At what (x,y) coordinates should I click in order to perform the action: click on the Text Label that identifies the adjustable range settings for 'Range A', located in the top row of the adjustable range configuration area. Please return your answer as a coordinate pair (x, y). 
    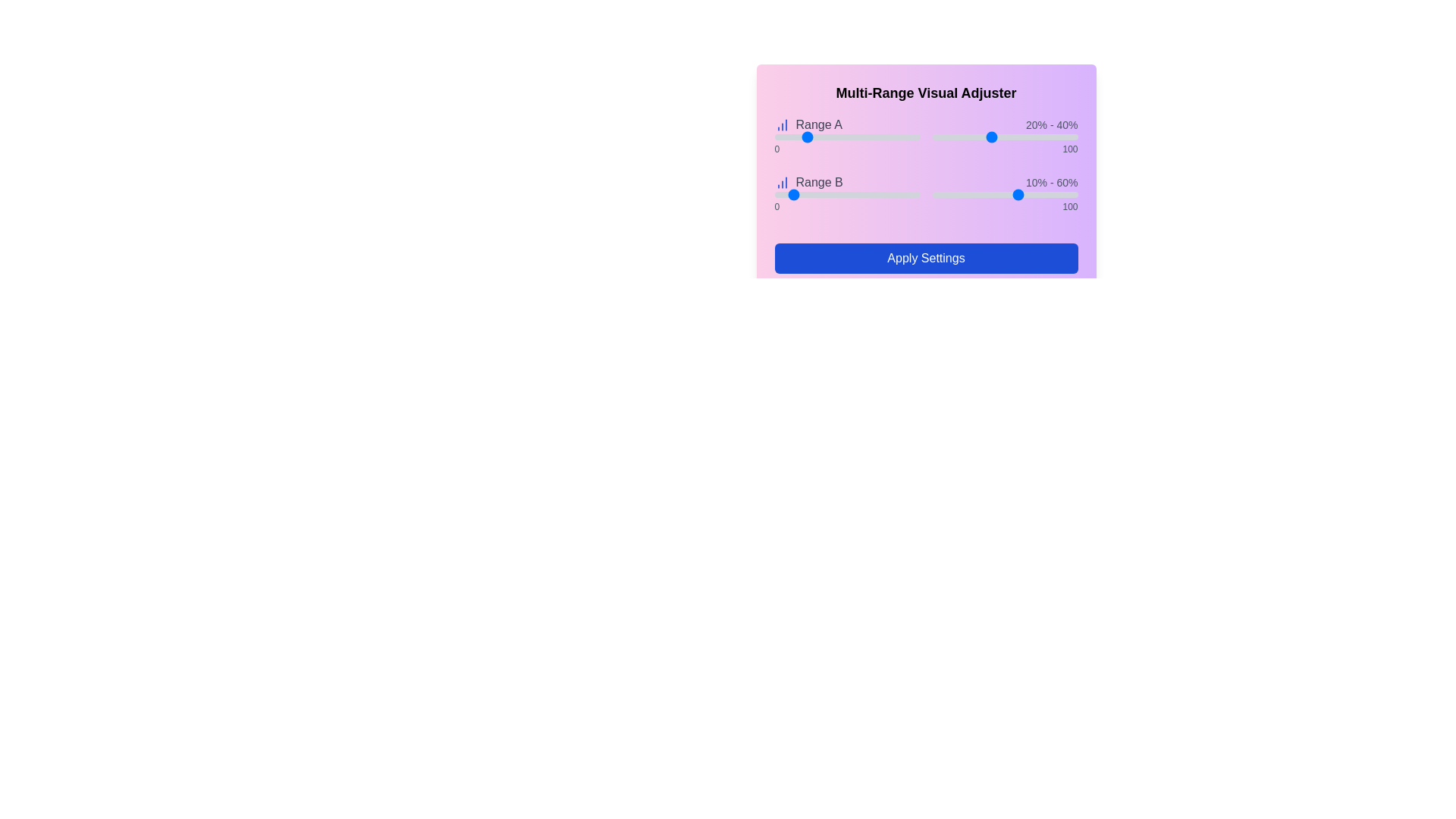
    Looking at the image, I should click on (818, 124).